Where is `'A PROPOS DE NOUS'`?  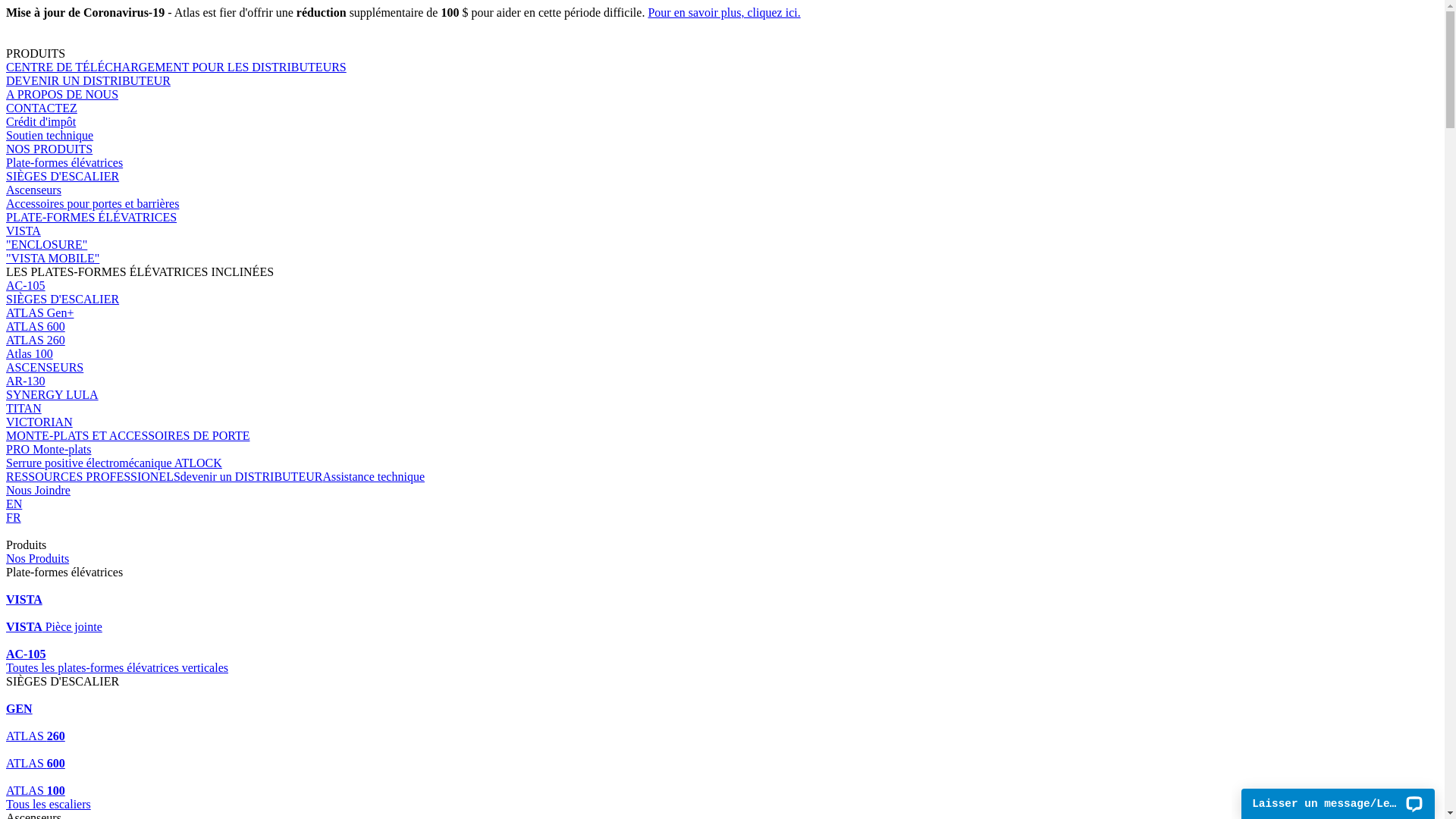
'A PROPOS DE NOUS' is located at coordinates (6, 94).